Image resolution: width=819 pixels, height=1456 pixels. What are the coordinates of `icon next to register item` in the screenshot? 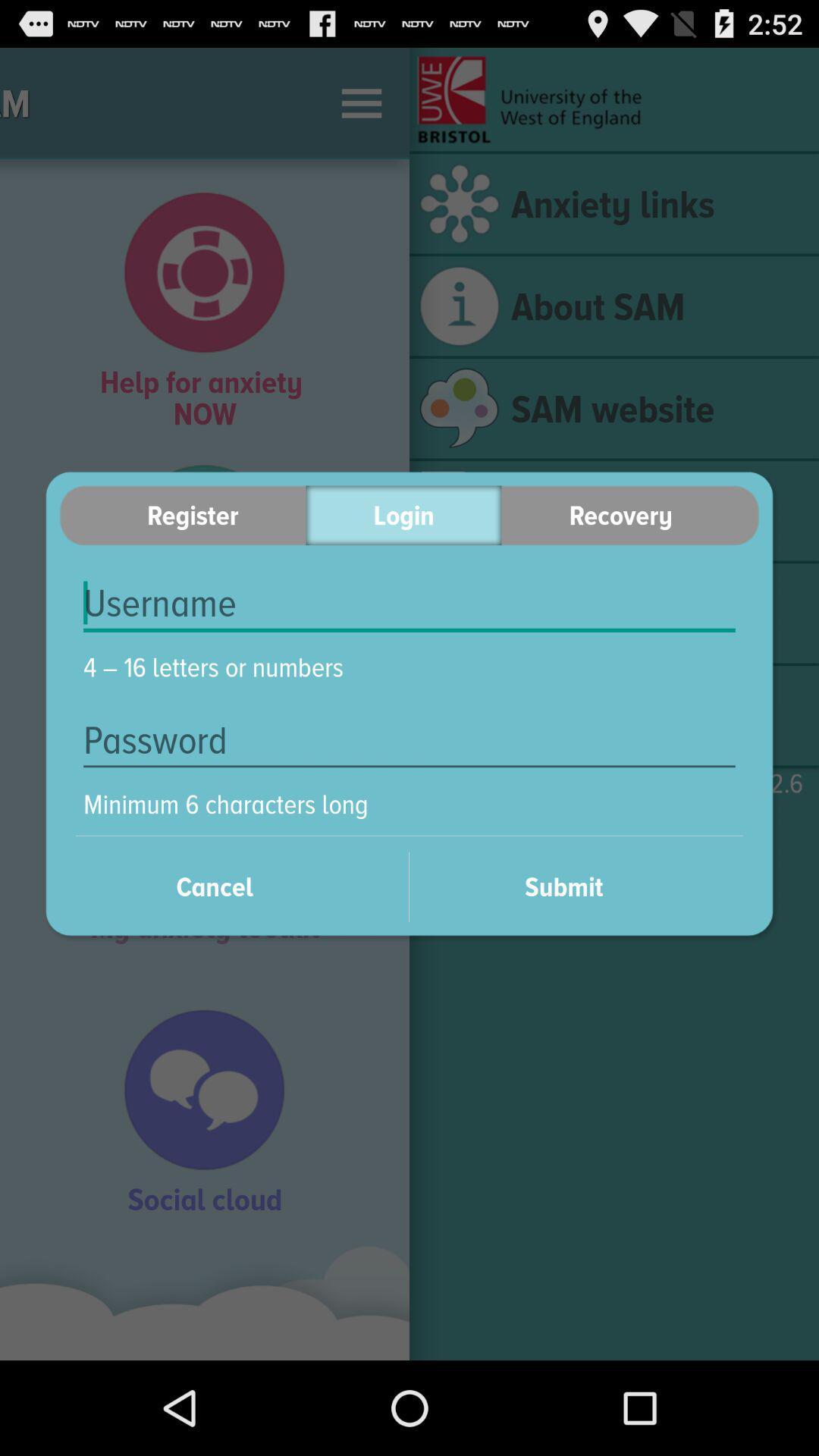 It's located at (403, 515).